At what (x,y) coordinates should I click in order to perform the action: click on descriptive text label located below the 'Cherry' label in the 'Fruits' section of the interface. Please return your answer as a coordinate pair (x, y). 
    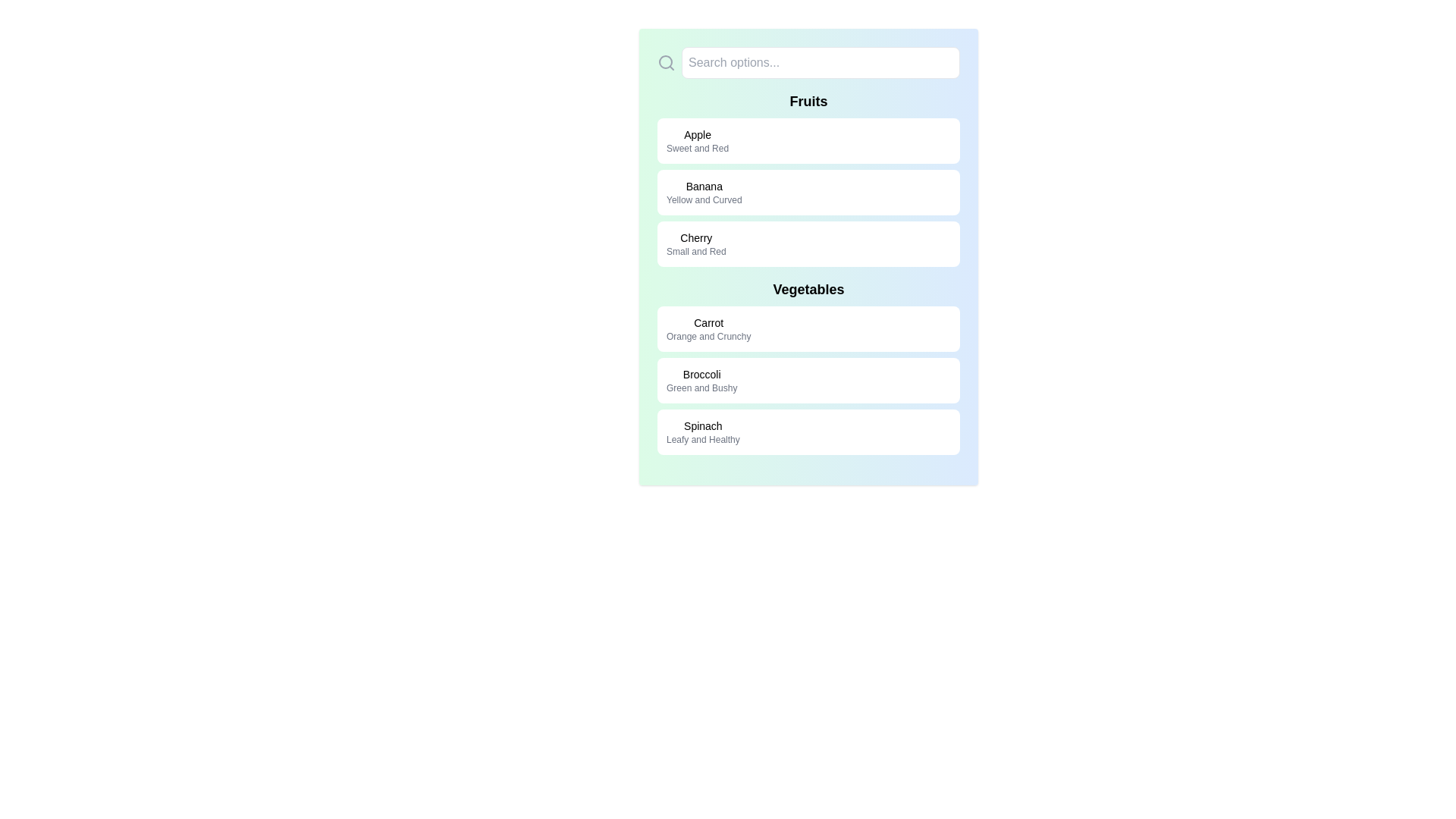
    Looking at the image, I should click on (695, 250).